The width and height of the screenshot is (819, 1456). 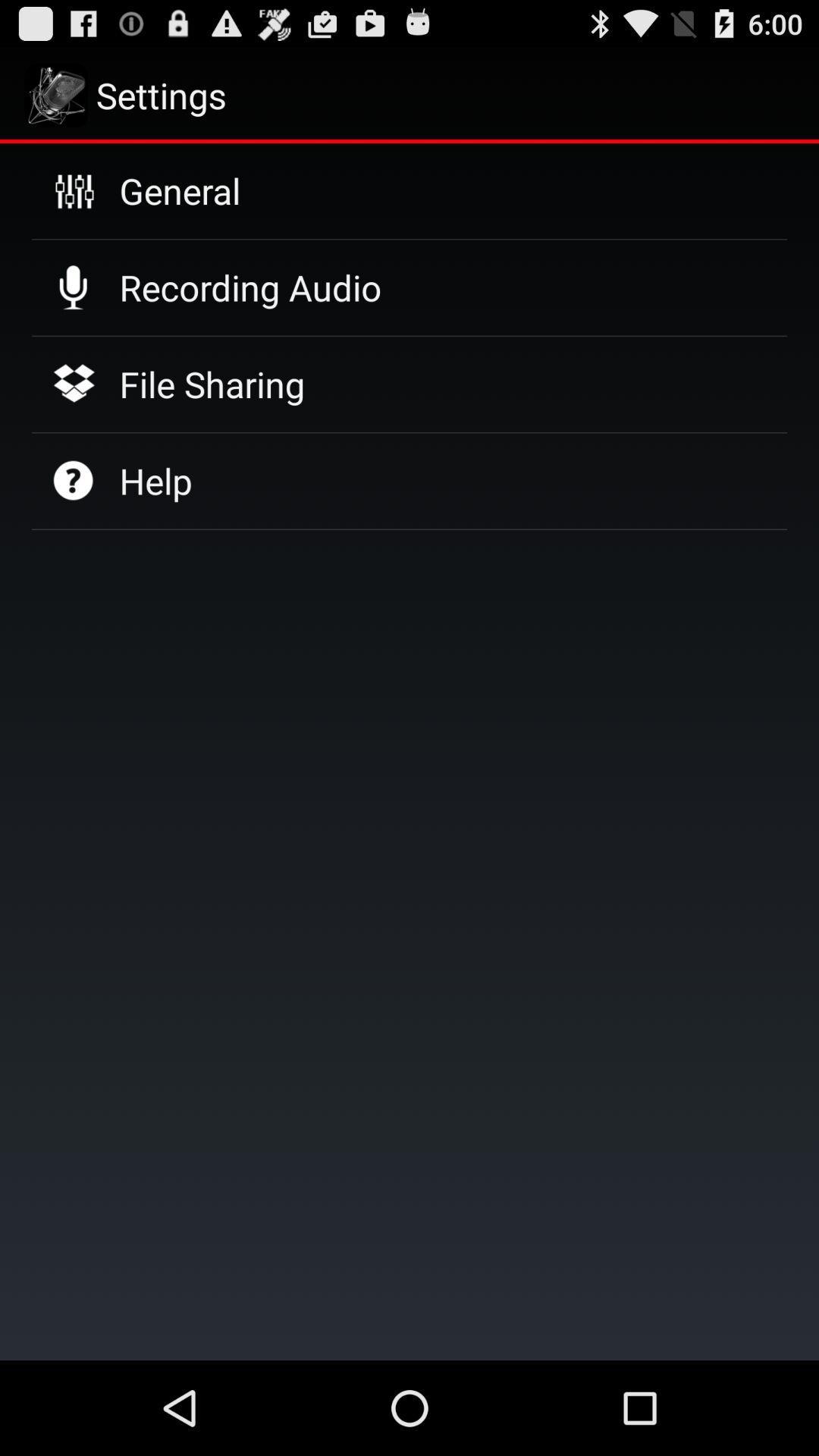 What do you see at coordinates (155, 480) in the screenshot?
I see `the item below file sharing` at bounding box center [155, 480].